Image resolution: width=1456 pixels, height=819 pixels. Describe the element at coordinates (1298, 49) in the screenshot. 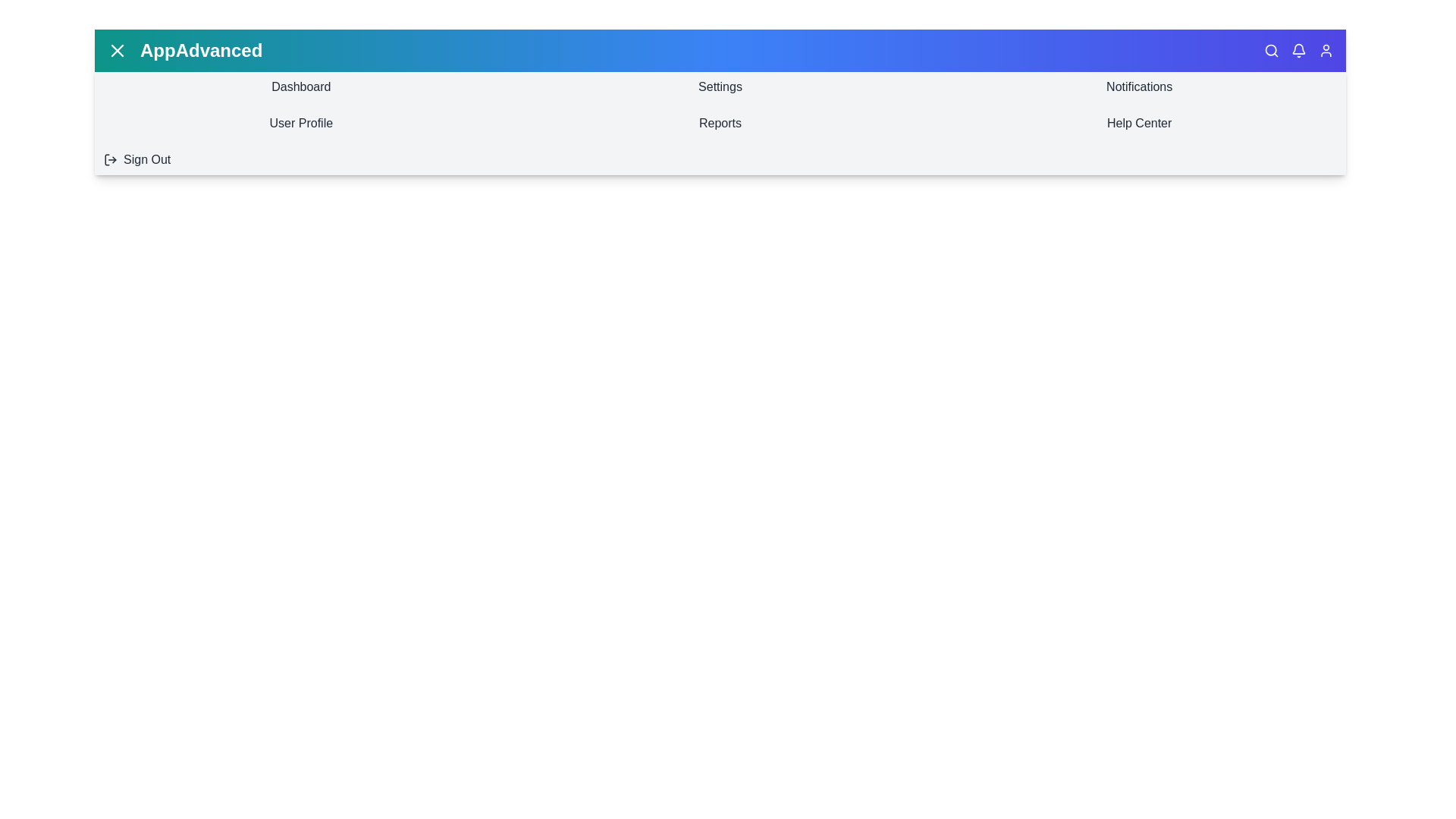

I see `the 'Notifications' icon to view notifications` at that location.